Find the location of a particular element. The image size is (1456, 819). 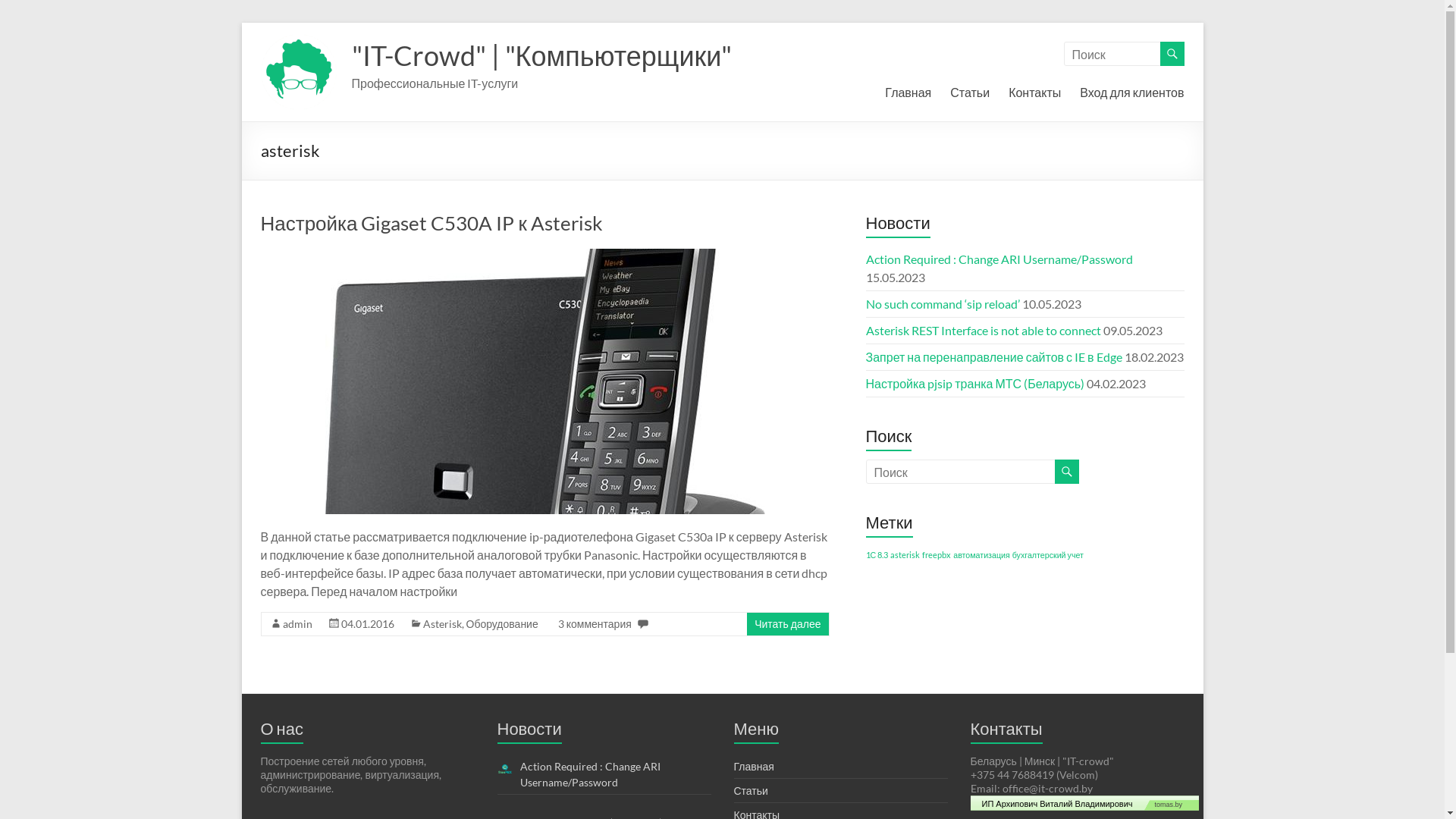

'Asterisk REST Interface is not able to connect' is located at coordinates (983, 329).